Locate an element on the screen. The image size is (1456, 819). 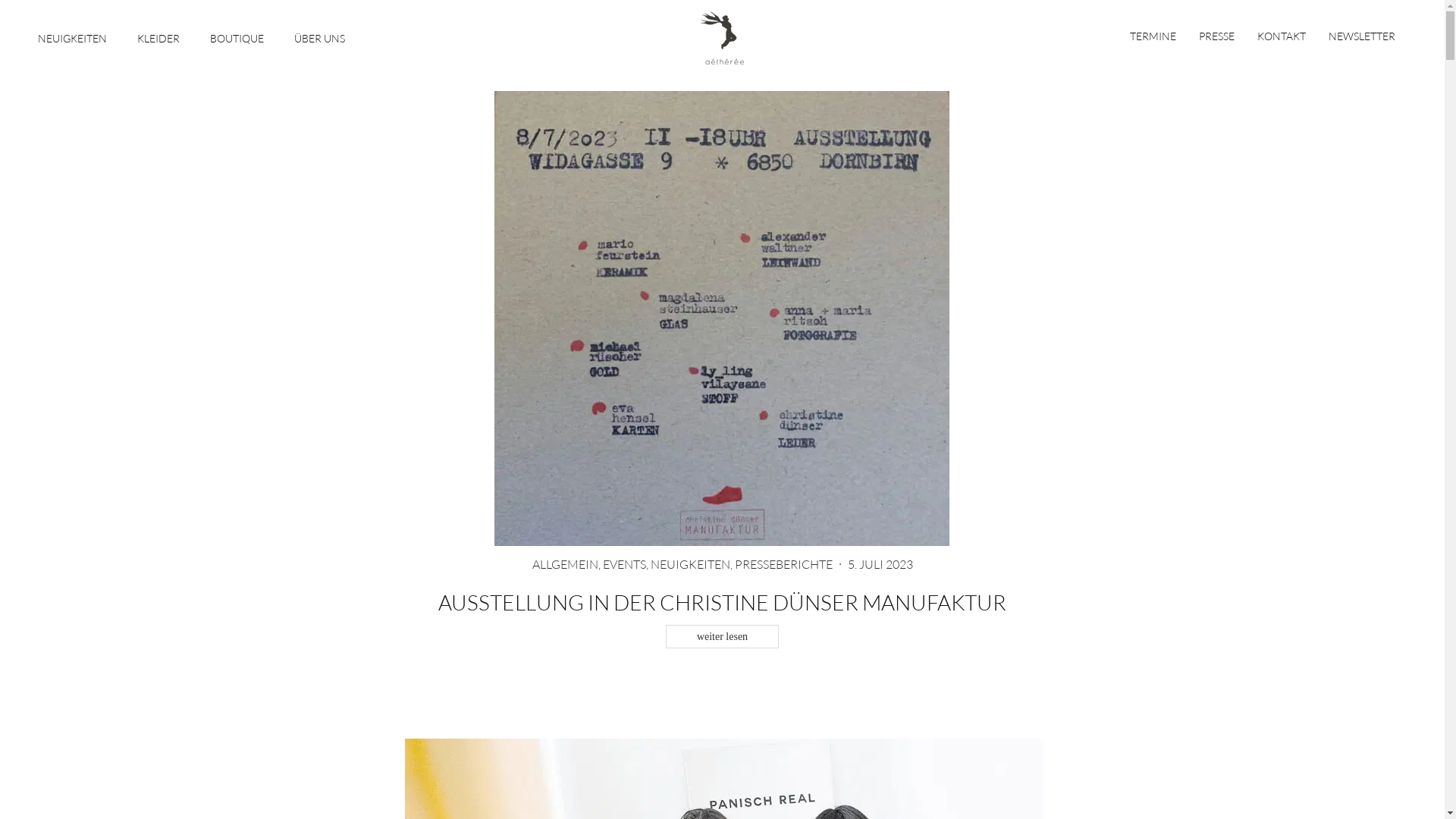
'KLEIDER' is located at coordinates (158, 35).